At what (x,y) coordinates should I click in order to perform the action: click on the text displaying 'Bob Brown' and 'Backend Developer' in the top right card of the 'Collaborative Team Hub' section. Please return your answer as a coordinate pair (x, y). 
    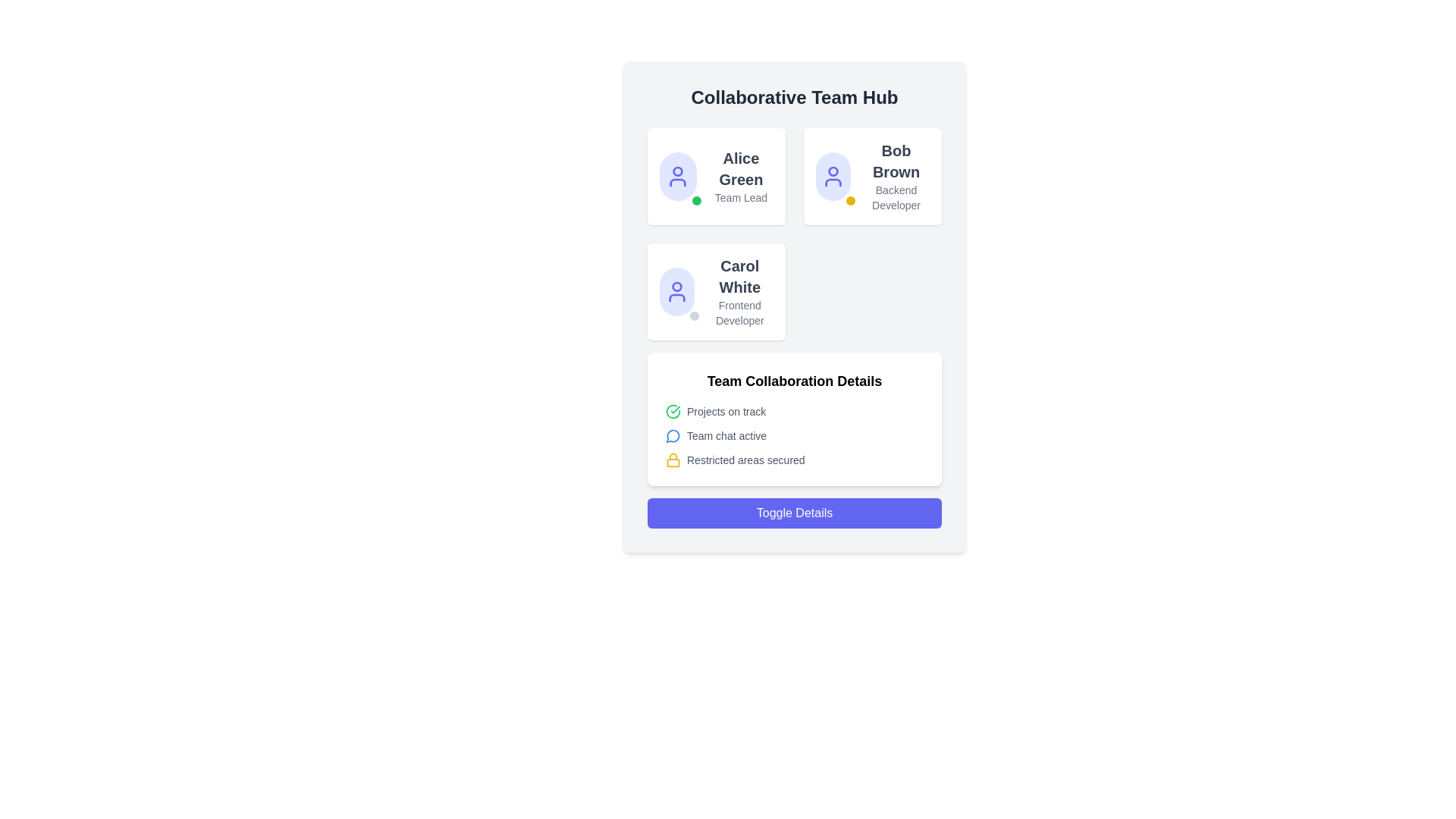
    Looking at the image, I should click on (896, 175).